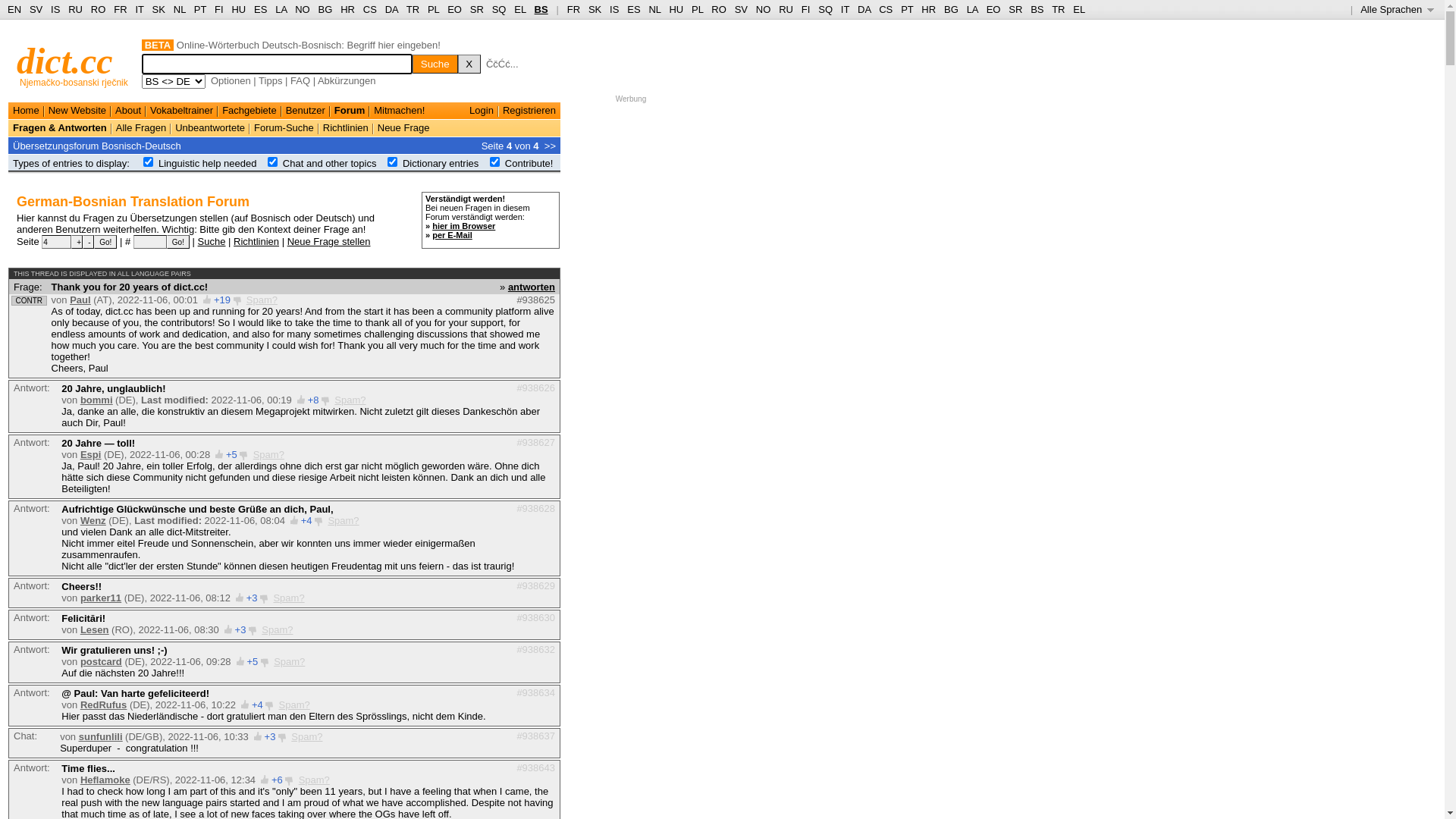  What do you see at coordinates (399, 109) in the screenshot?
I see `'Mitmachen!'` at bounding box center [399, 109].